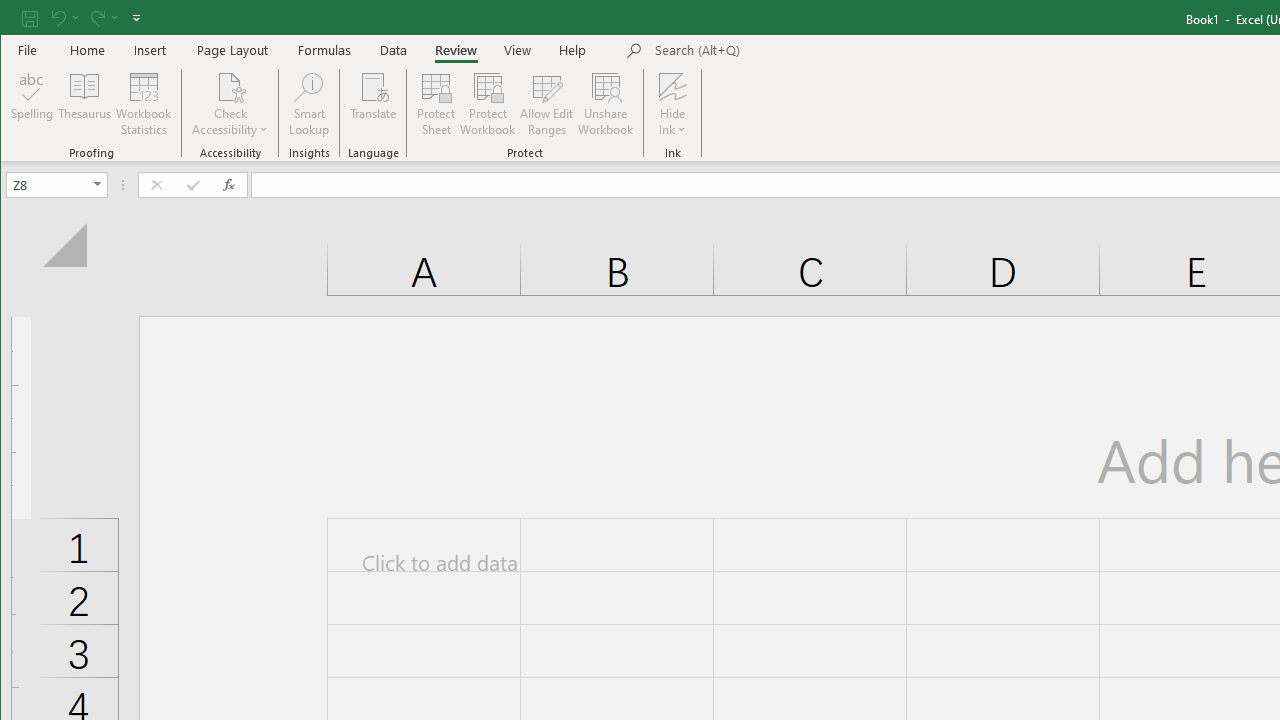 This screenshot has width=1280, height=720. Describe the element at coordinates (488, 104) in the screenshot. I see `'Protect Workbook...'` at that location.